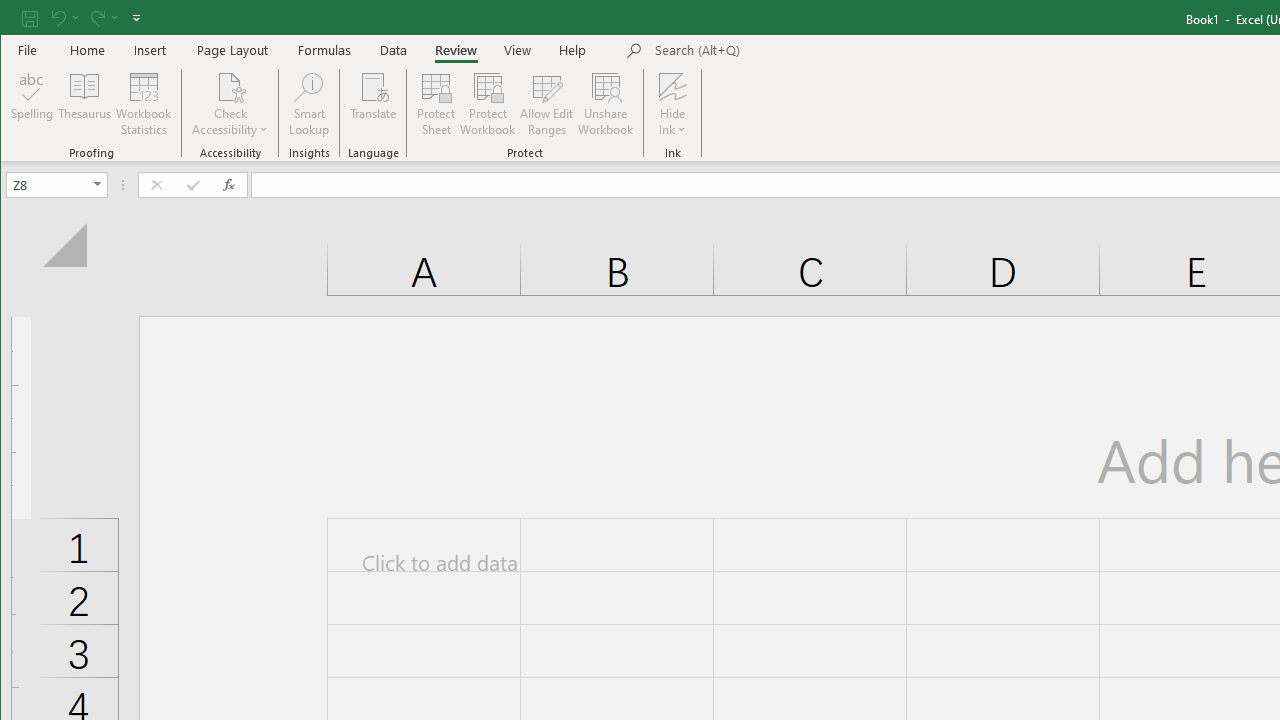 This screenshot has width=1280, height=720. Describe the element at coordinates (488, 104) in the screenshot. I see `'Protect Workbook...'` at that location.